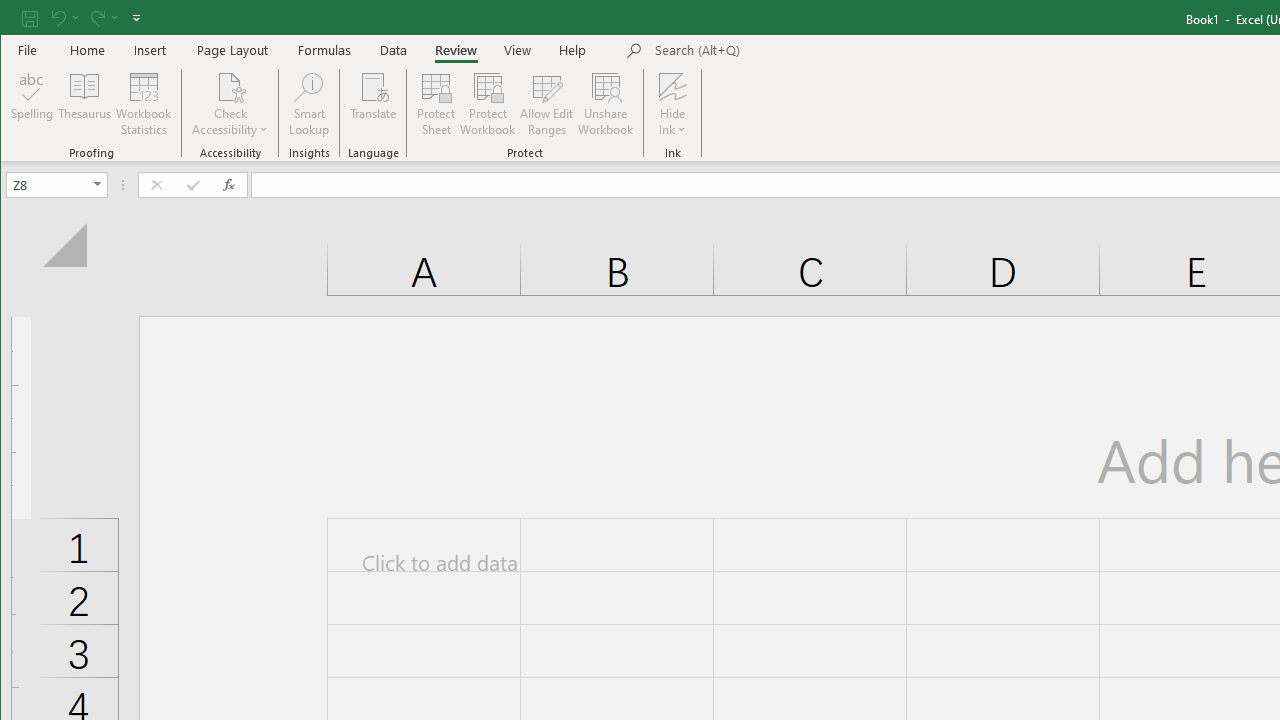 This screenshot has width=1280, height=720. Describe the element at coordinates (488, 104) in the screenshot. I see `'Protect Workbook...'` at that location.